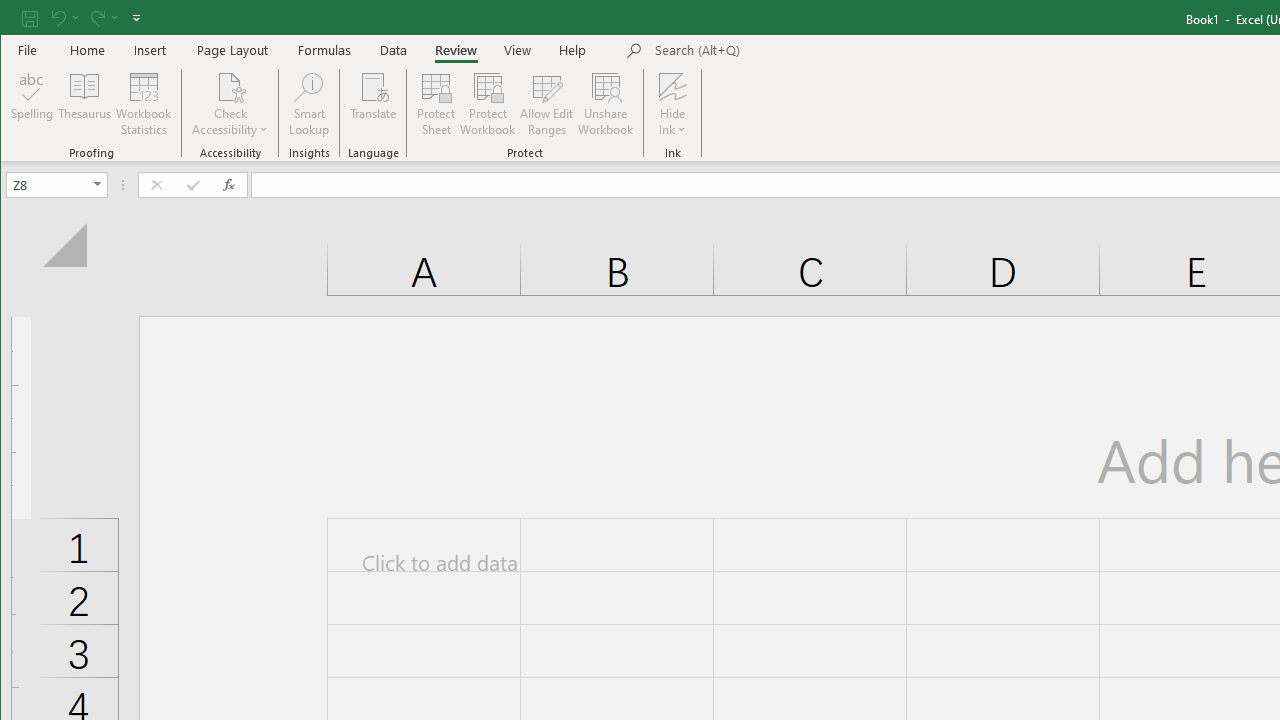 This screenshot has width=1280, height=720. Describe the element at coordinates (488, 104) in the screenshot. I see `'Protect Workbook...'` at that location.